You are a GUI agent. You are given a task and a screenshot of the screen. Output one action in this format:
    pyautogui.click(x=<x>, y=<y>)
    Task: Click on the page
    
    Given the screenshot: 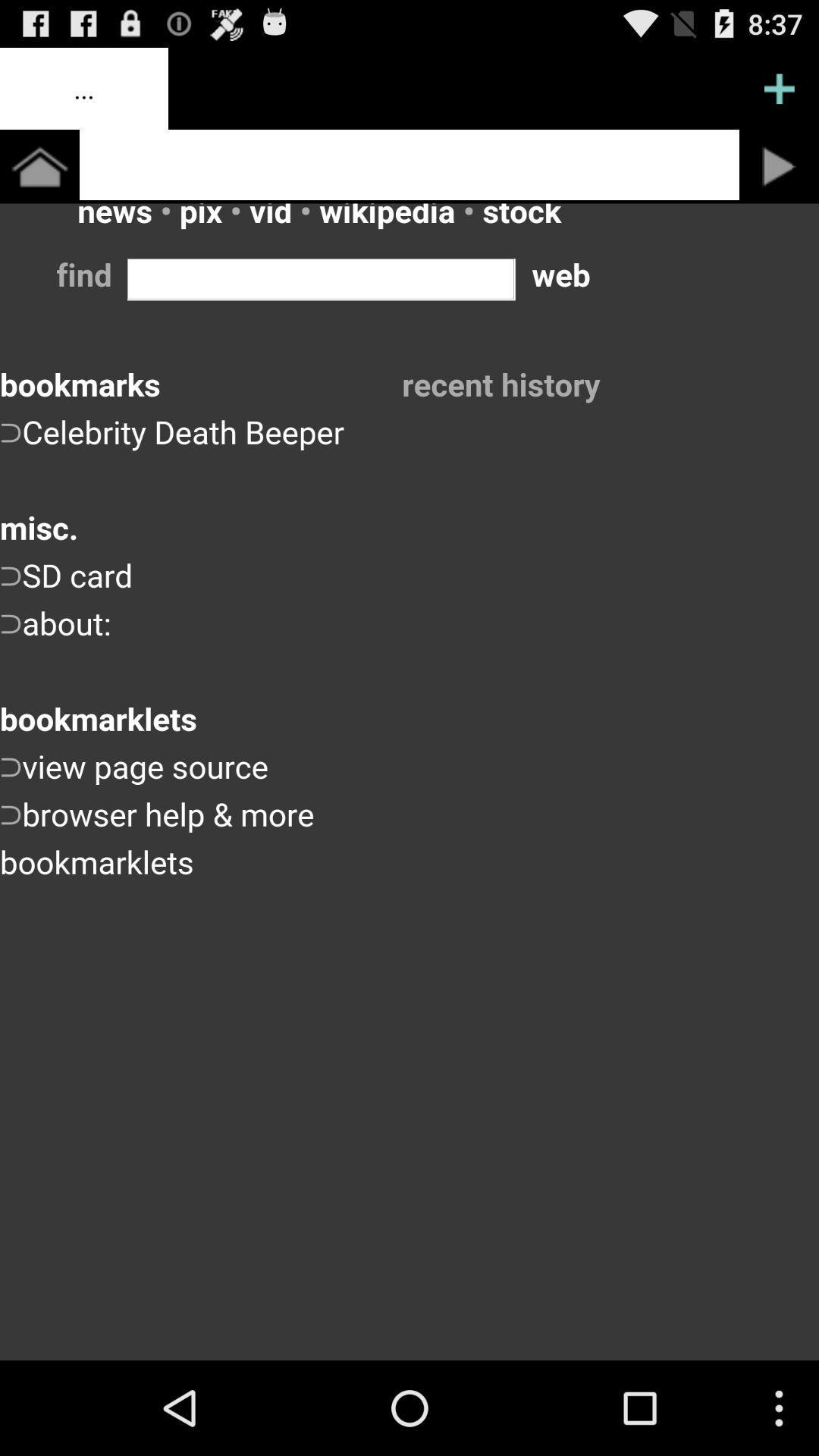 What is the action you would take?
    pyautogui.click(x=779, y=87)
    